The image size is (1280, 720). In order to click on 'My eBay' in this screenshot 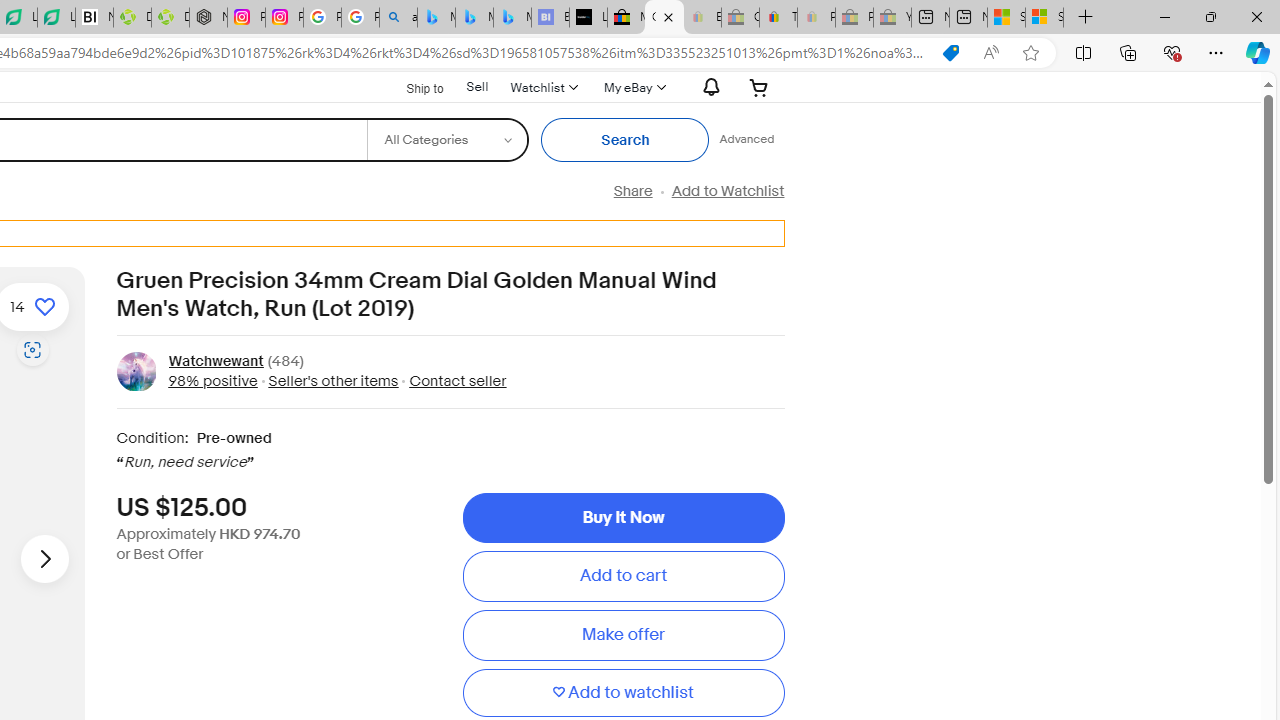, I will do `click(631, 86)`.